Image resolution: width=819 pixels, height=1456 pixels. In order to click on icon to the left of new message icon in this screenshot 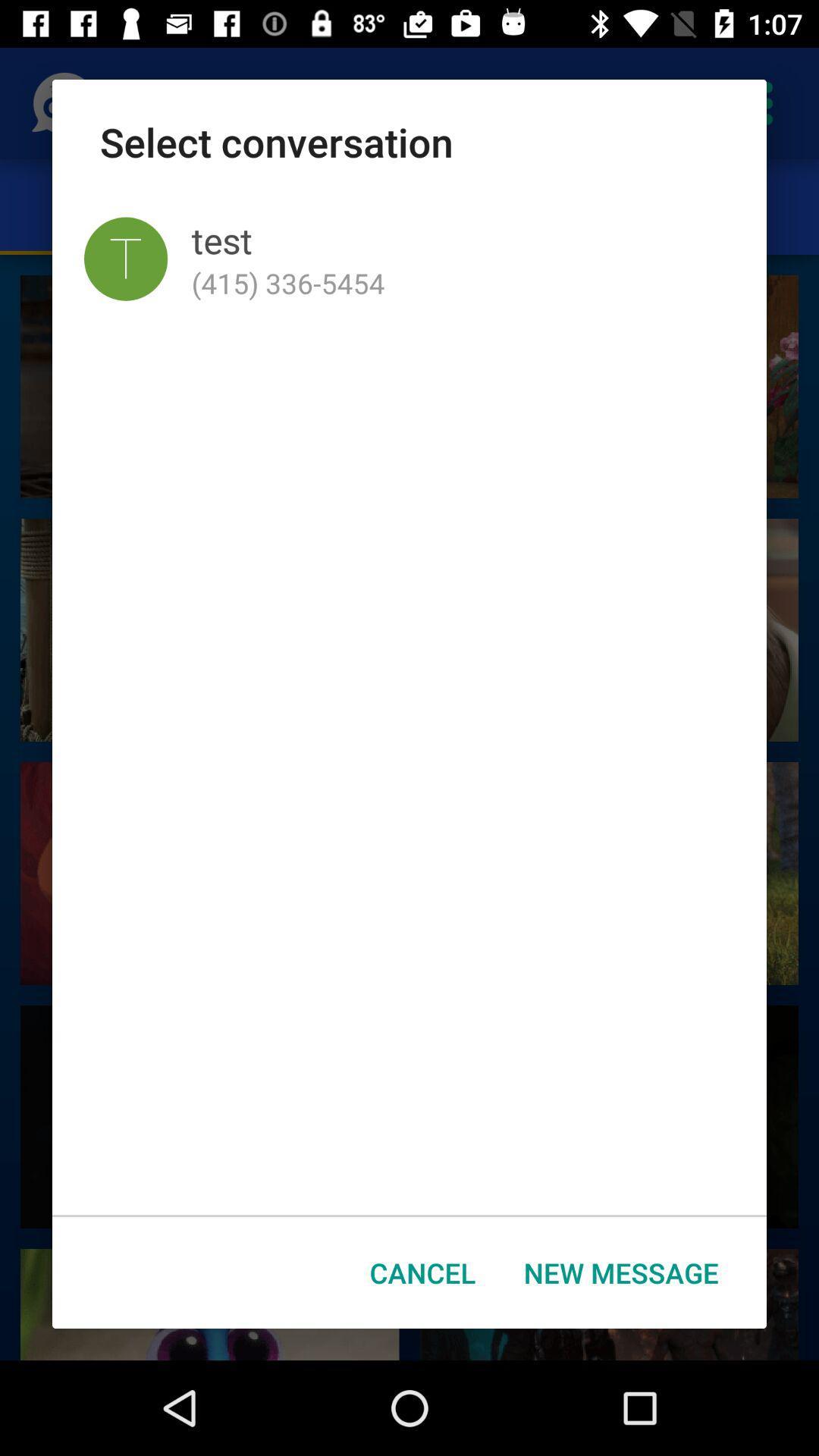, I will do `click(422, 1272)`.